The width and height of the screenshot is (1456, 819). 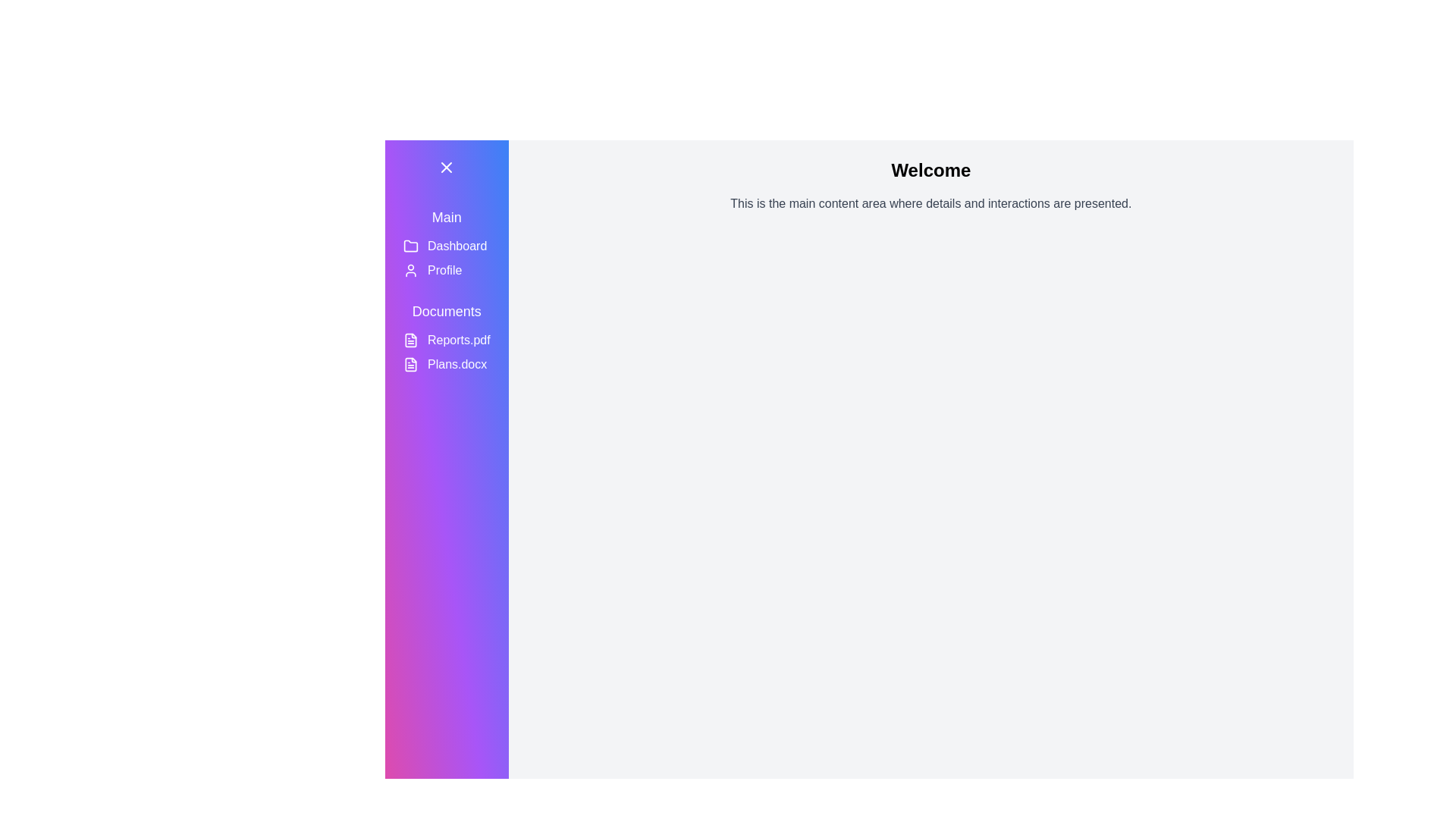 I want to click on the 'X' symbol icon located in the top-left corner of the sidebar, so click(x=446, y=167).